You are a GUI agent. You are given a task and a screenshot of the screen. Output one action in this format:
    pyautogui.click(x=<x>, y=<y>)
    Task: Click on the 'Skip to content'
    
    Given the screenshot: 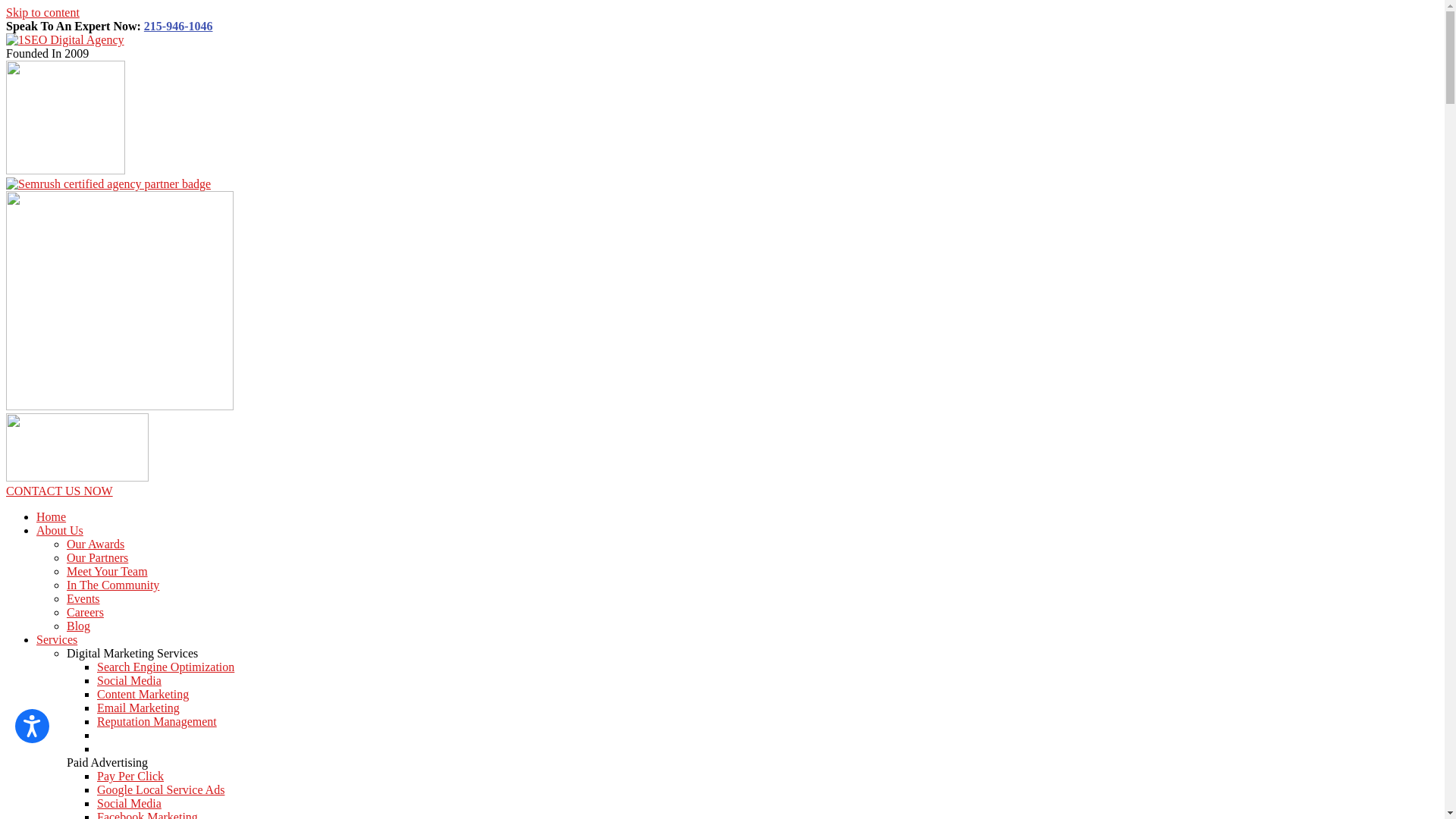 What is the action you would take?
    pyautogui.click(x=42, y=12)
    